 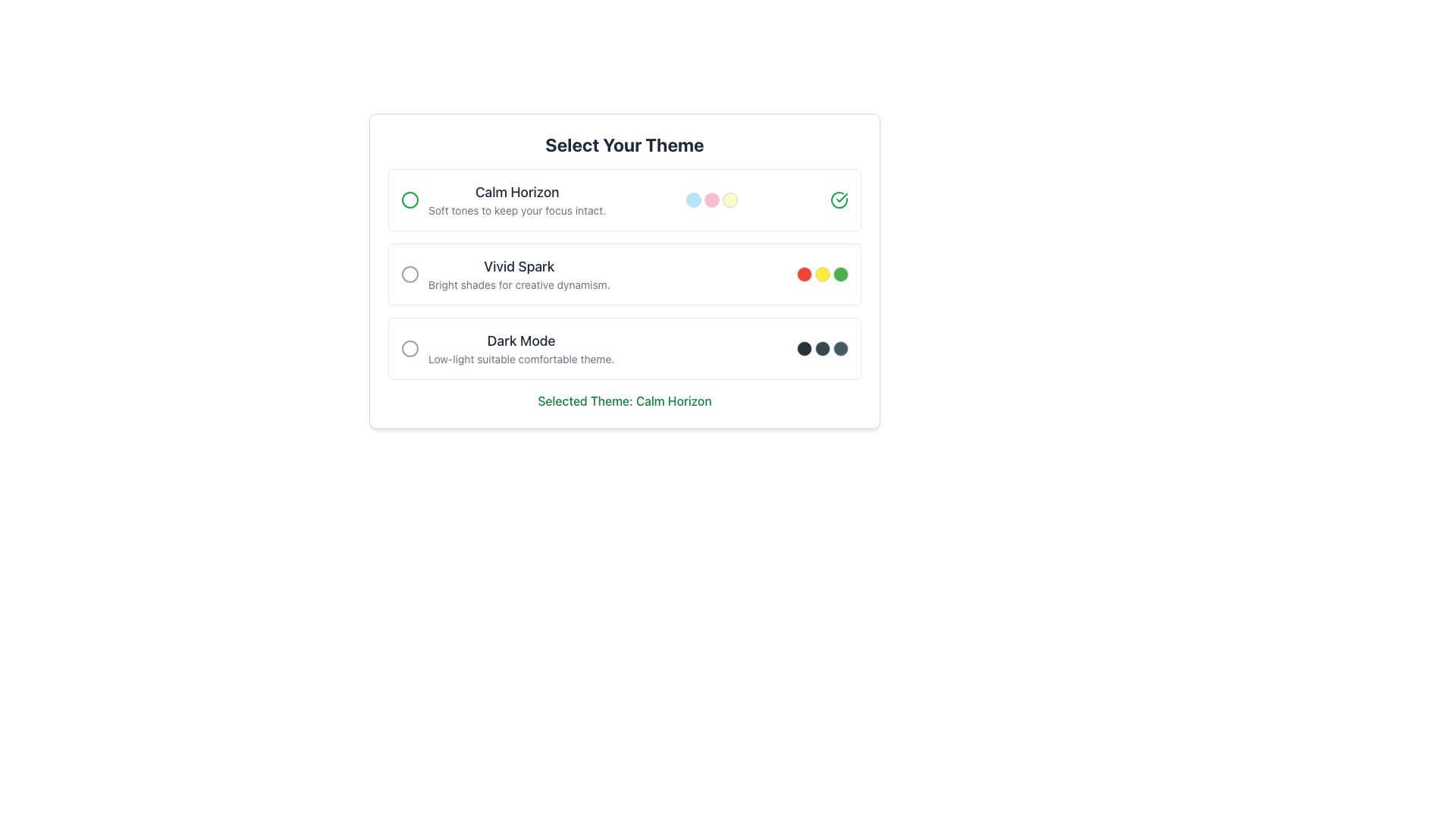 I want to click on the circular icon with a green border, located to the left of the 'Calm Horizon' text in the theme selection interface, so click(x=410, y=199).